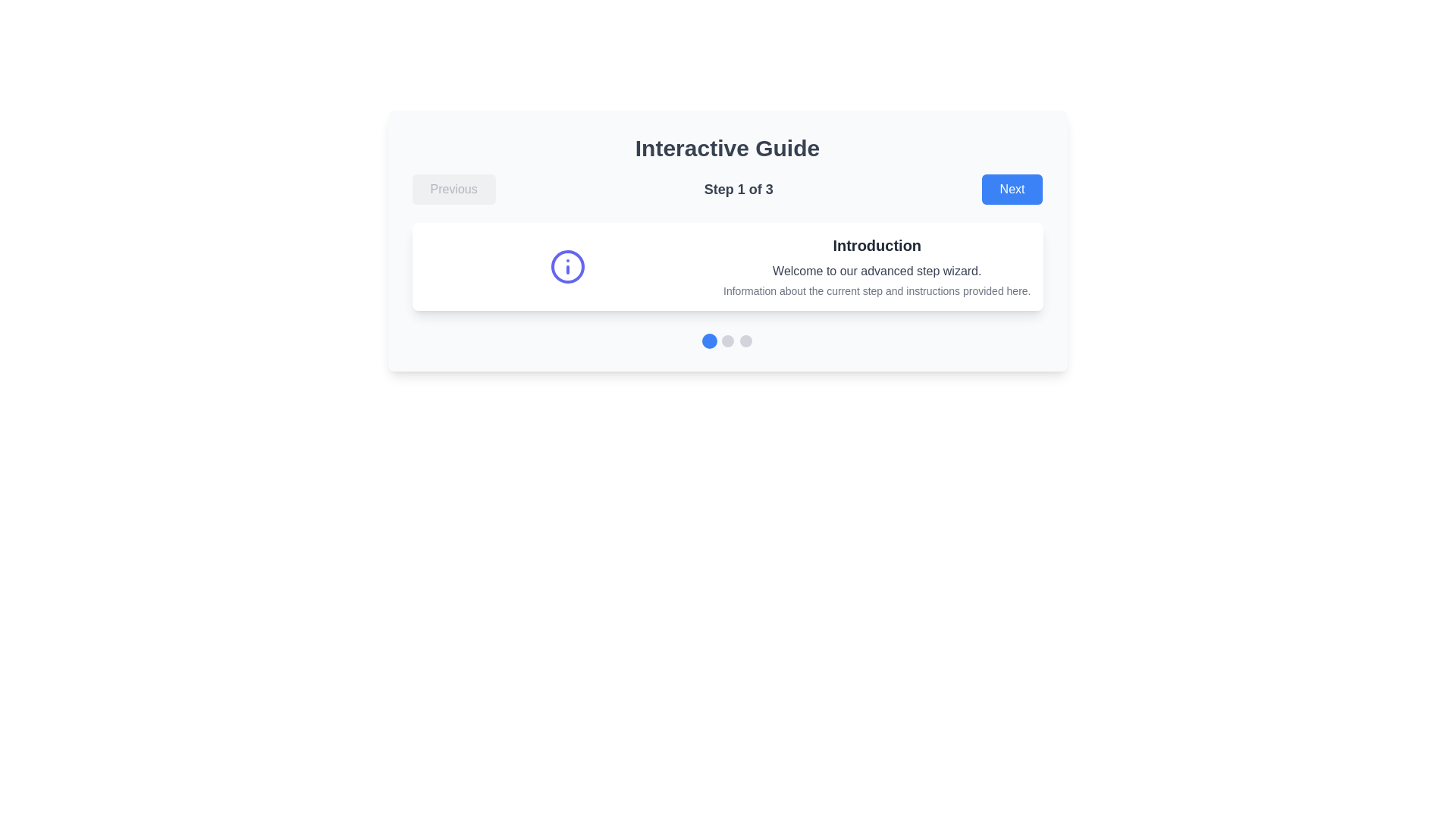  I want to click on the third circular progress indicator located at the bottom-center of the layout, which is gray and has no visible text or icon, so click(745, 341).